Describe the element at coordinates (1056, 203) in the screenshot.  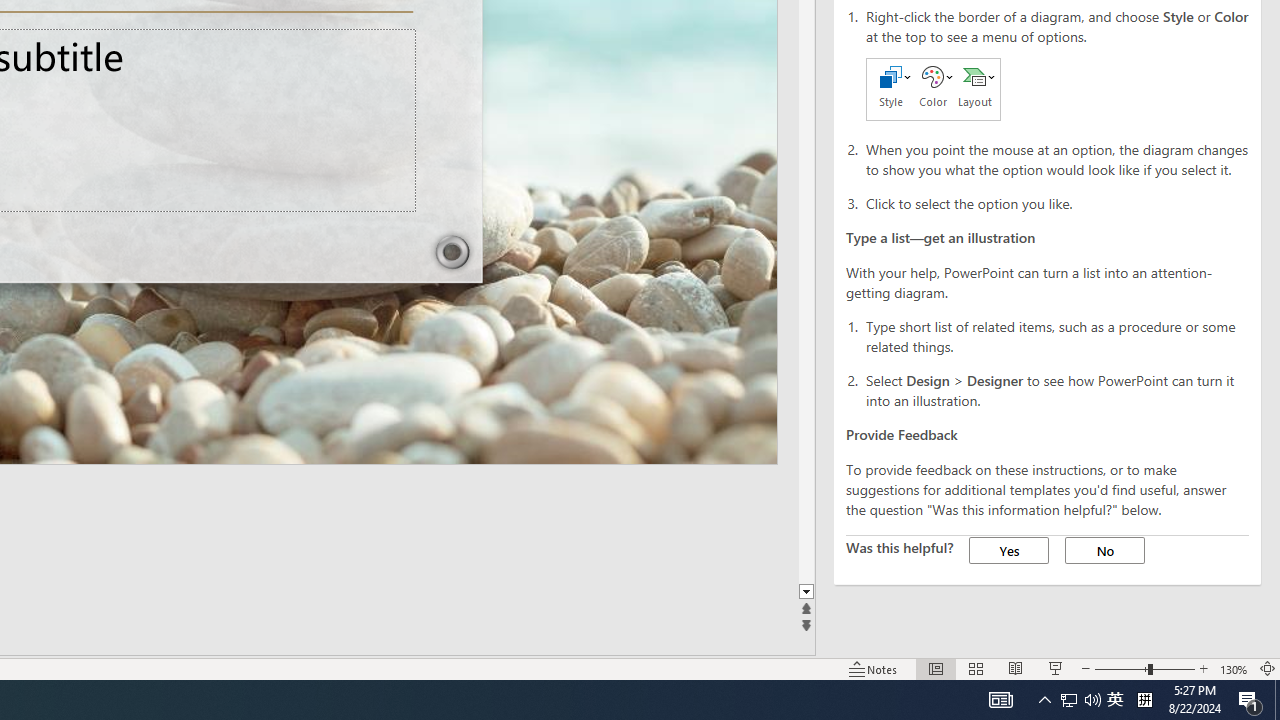
I see `'Click to select the option you like.'` at that location.